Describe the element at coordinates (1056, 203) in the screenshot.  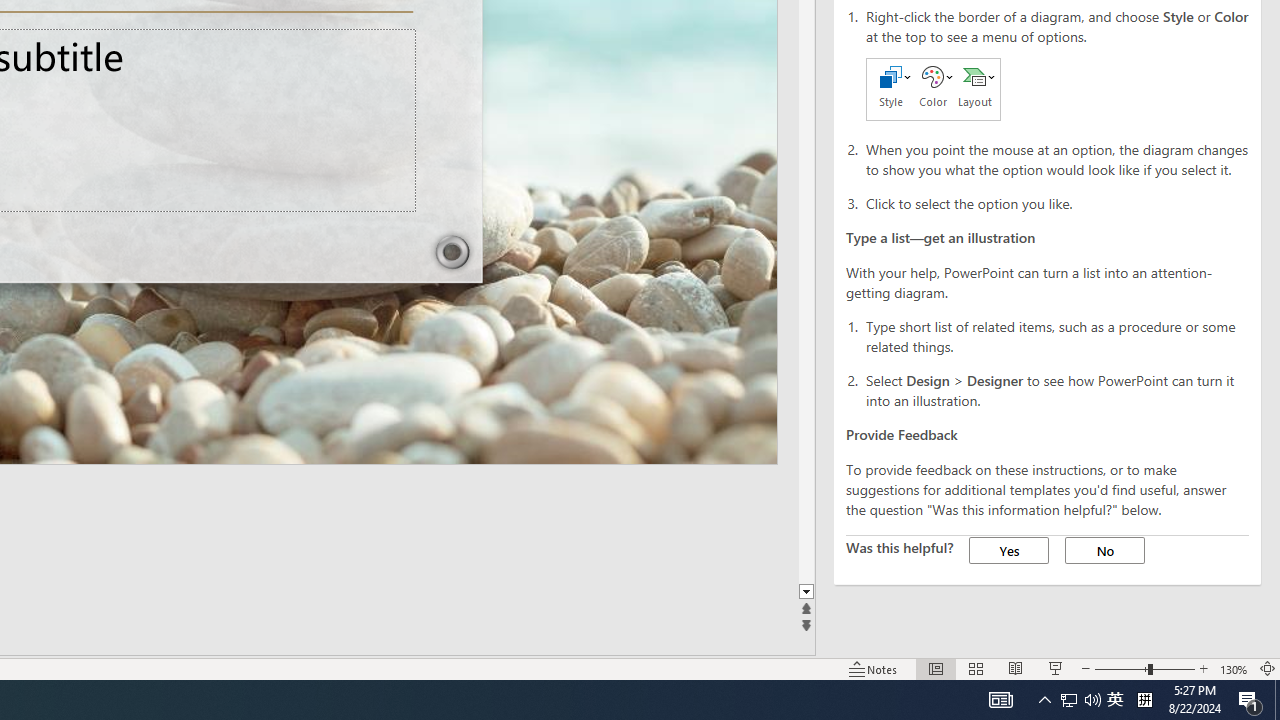
I see `'Click to select the option you like.'` at that location.